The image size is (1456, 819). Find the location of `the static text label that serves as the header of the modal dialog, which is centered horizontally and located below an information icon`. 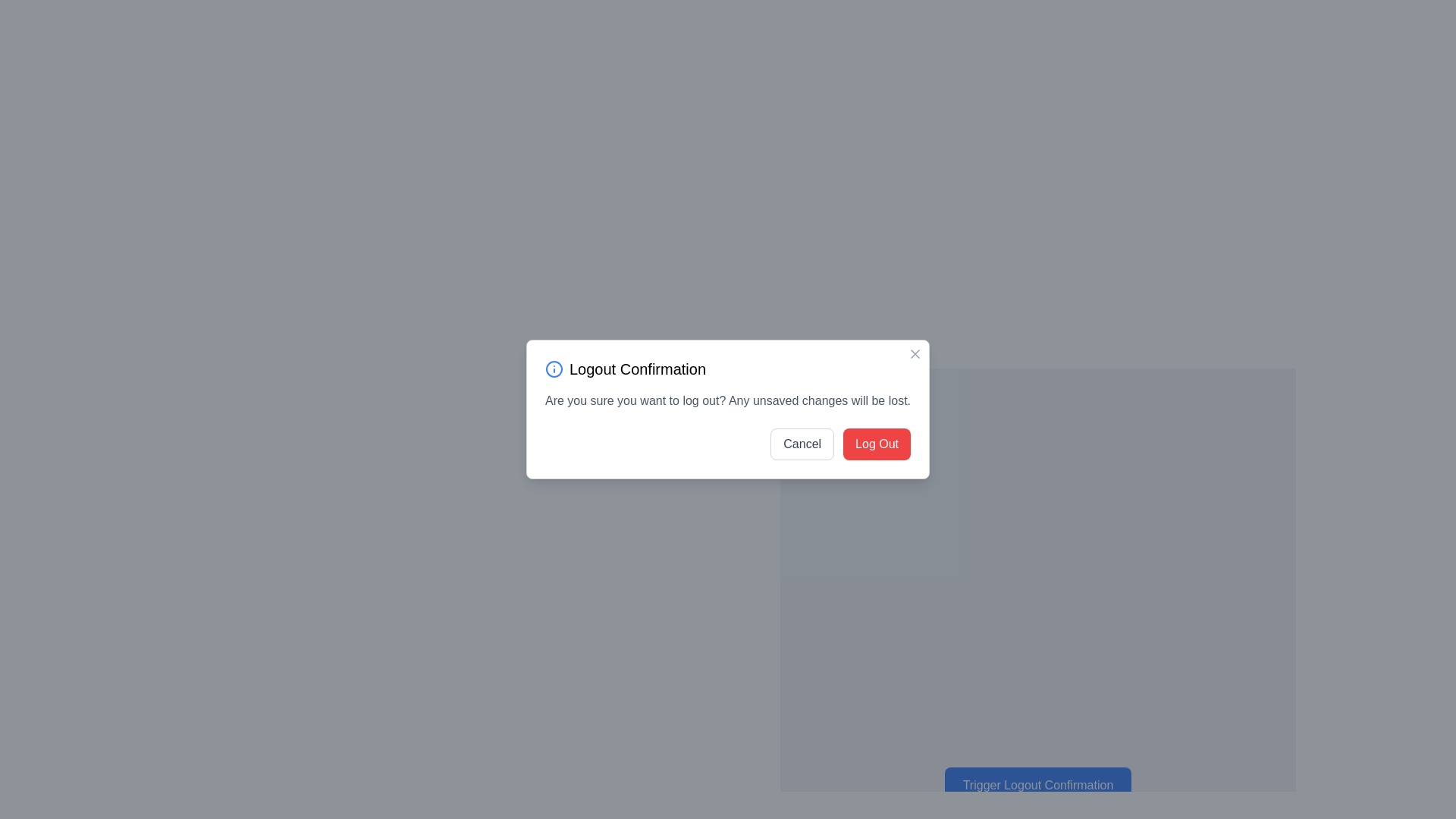

the static text label that serves as the header of the modal dialog, which is centered horizontally and located below an information icon is located at coordinates (637, 369).